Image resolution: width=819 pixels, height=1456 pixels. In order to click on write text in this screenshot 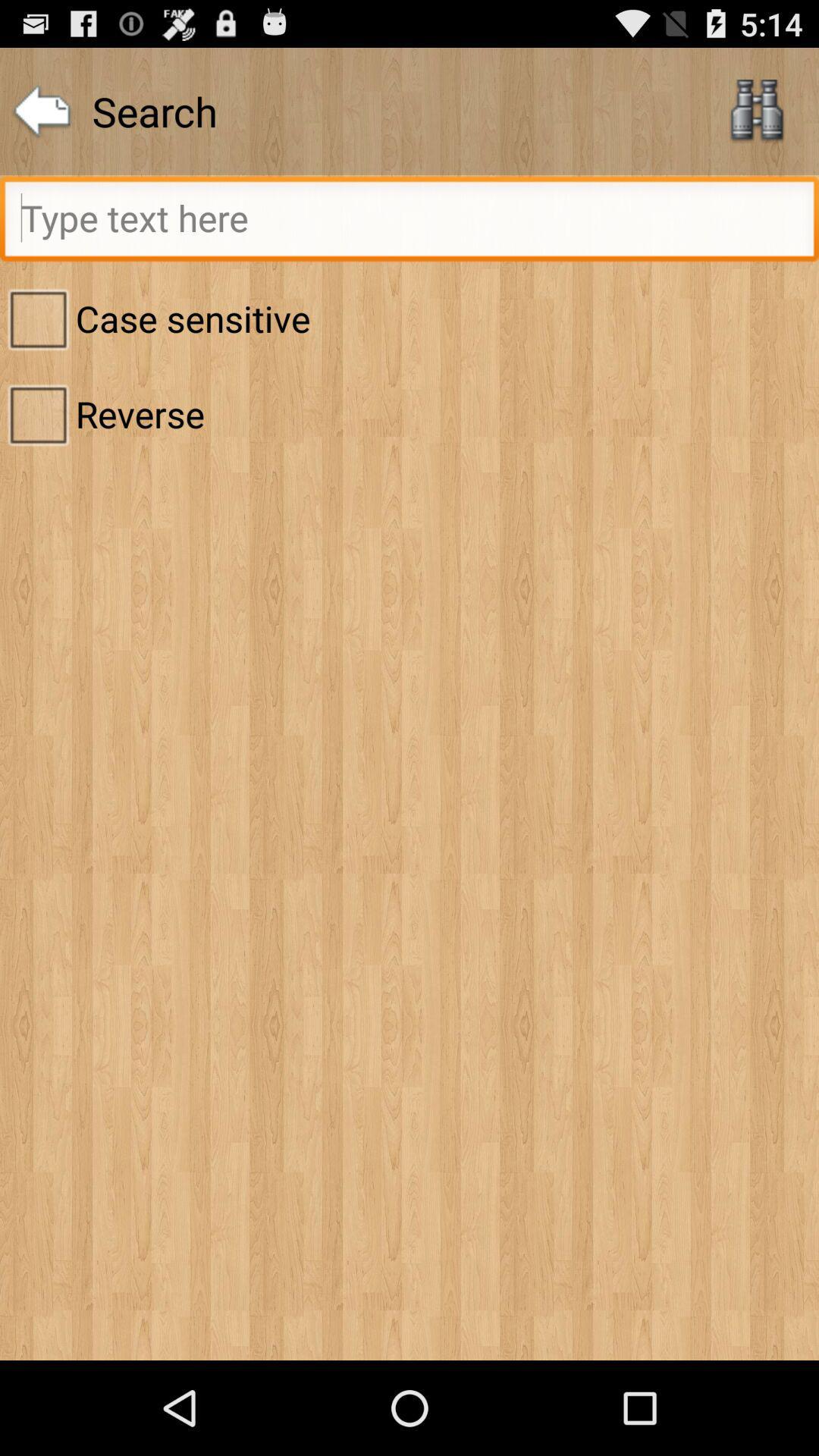, I will do `click(409, 221)`.